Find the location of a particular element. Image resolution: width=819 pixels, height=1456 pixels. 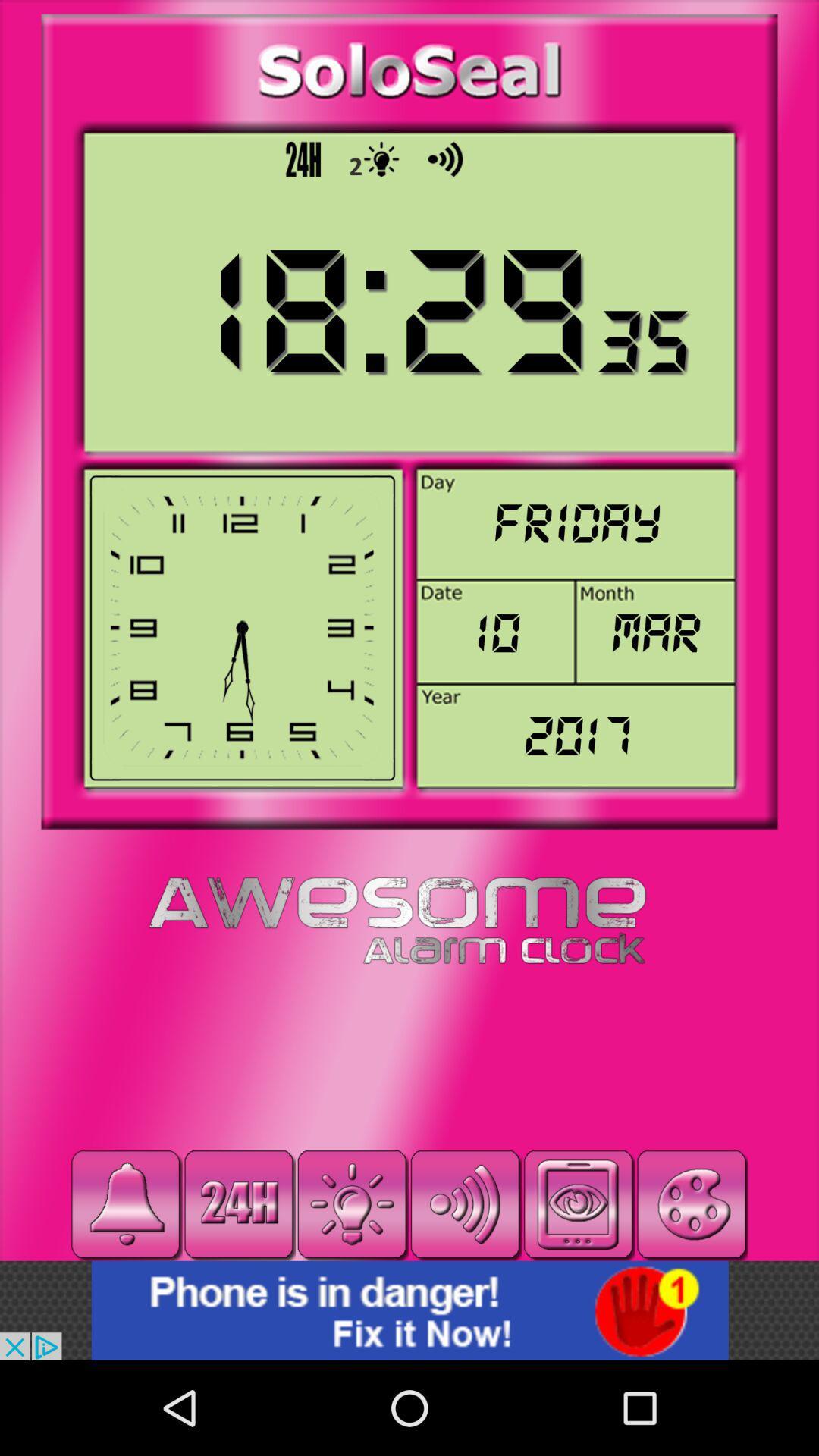

torch light on/off is located at coordinates (352, 1203).